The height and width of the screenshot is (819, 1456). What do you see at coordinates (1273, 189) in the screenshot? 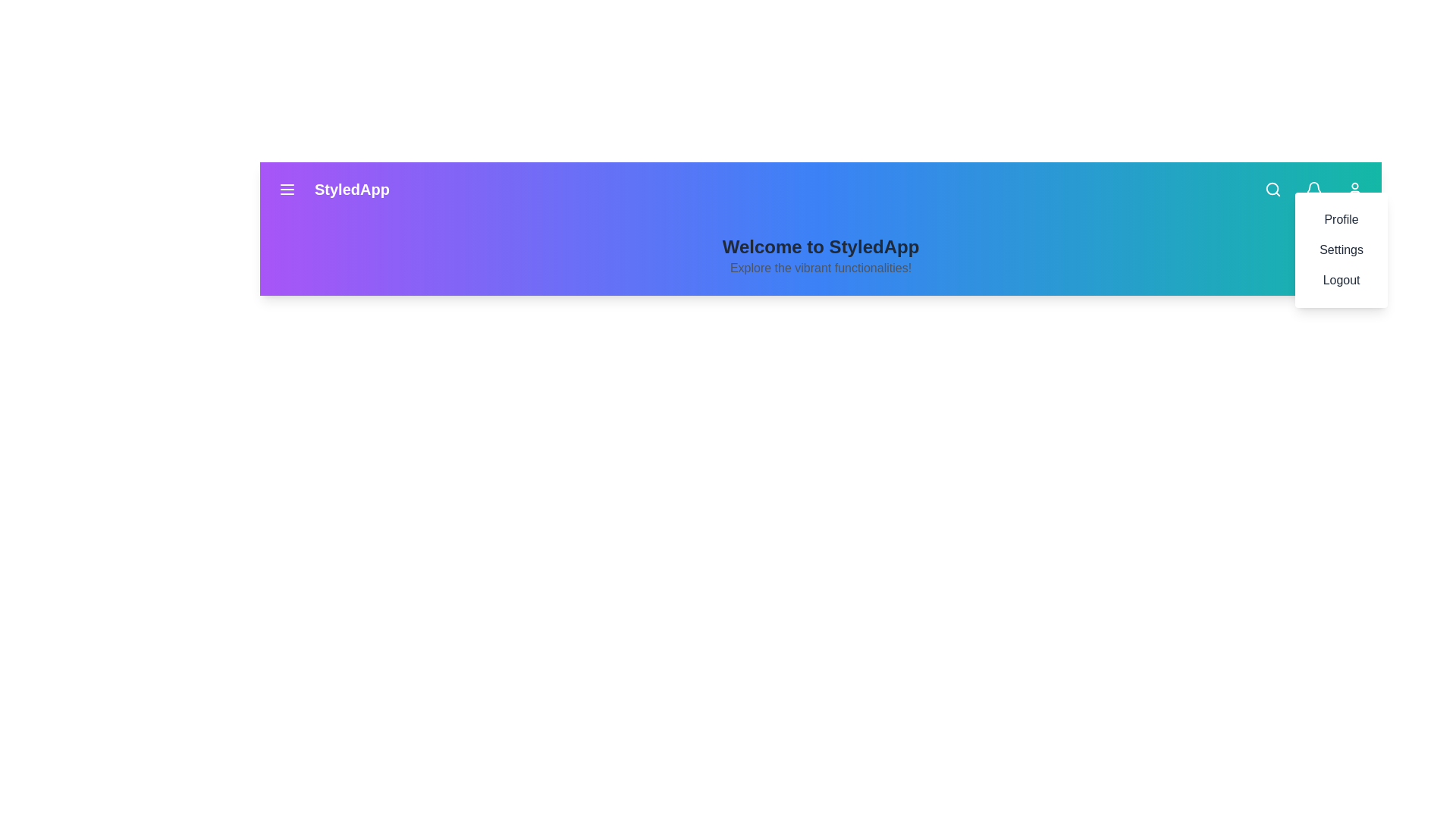
I see `the Search icon to trigger its functionality` at bounding box center [1273, 189].